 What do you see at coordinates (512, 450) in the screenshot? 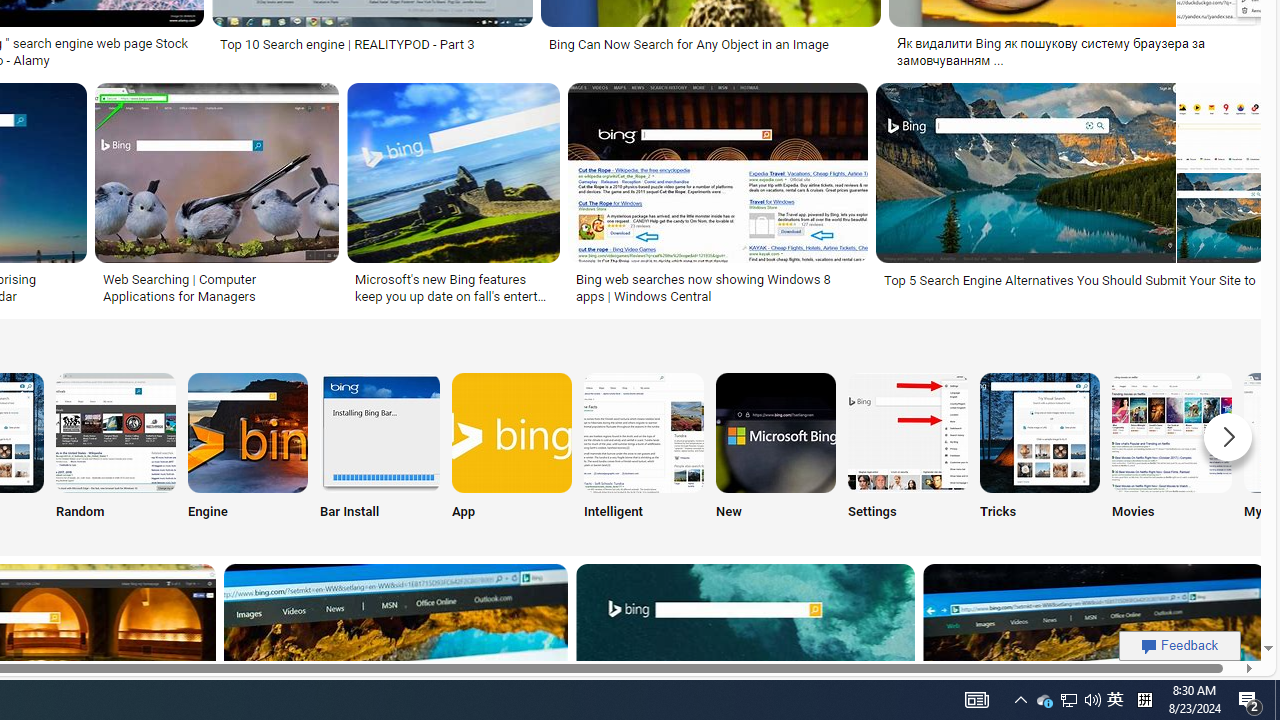
I see `'Bing Search App App'` at bounding box center [512, 450].